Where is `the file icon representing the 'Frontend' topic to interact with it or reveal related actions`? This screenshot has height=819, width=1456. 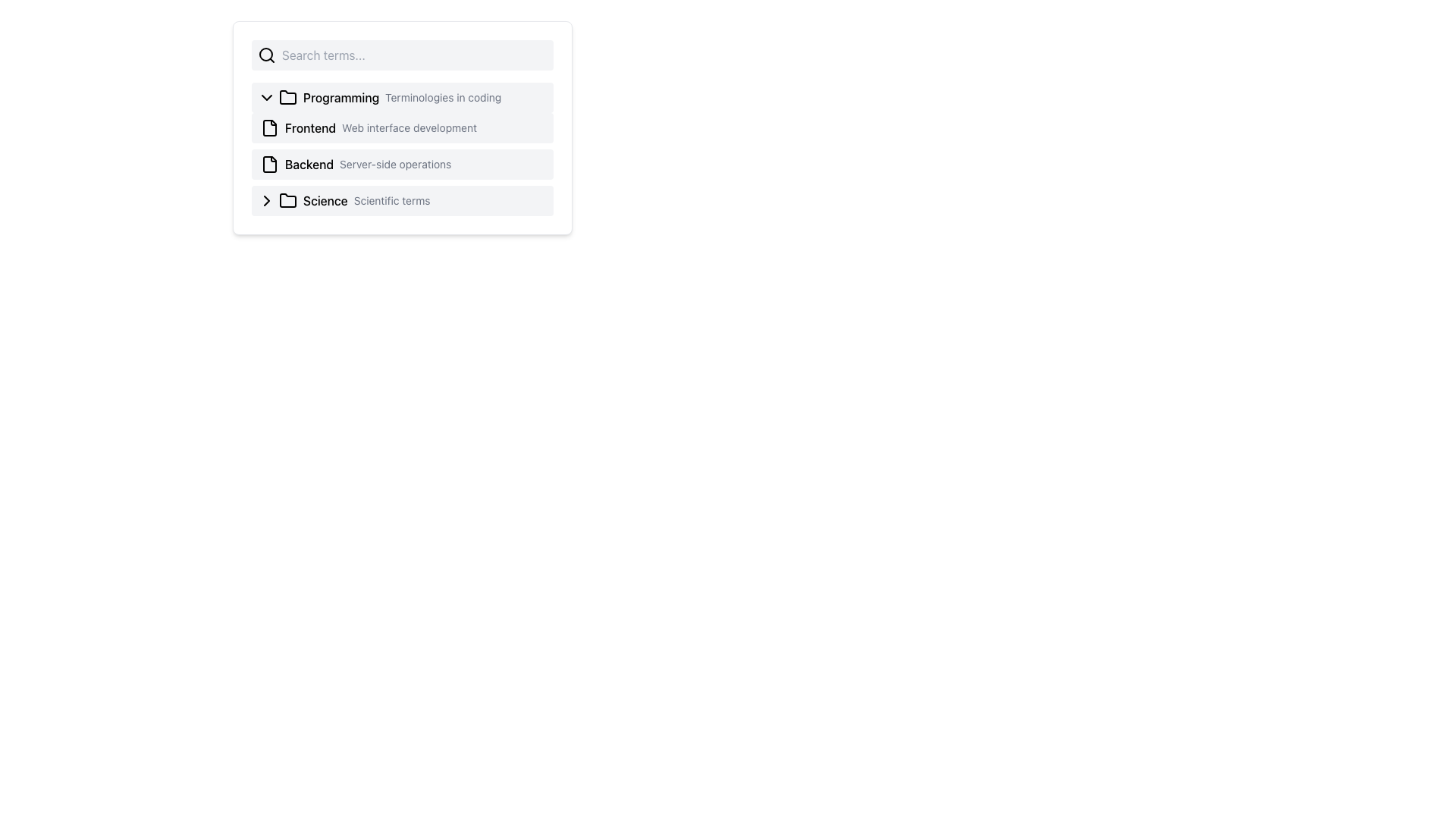 the file icon representing the 'Frontend' topic to interact with it or reveal related actions is located at coordinates (269, 127).